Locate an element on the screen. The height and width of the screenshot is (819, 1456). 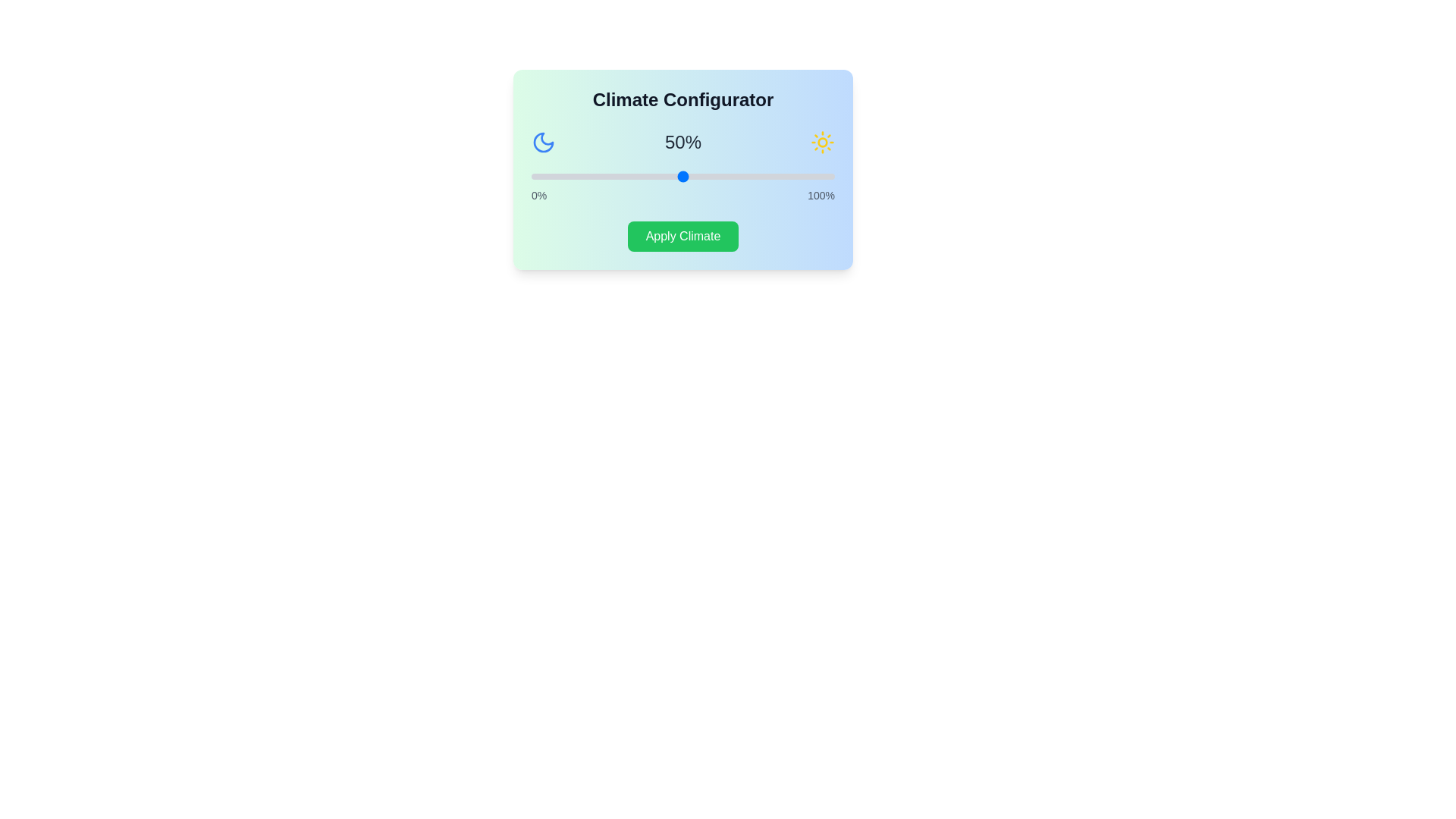
the slider to set the climate percentage to 45 is located at coordinates (667, 175).